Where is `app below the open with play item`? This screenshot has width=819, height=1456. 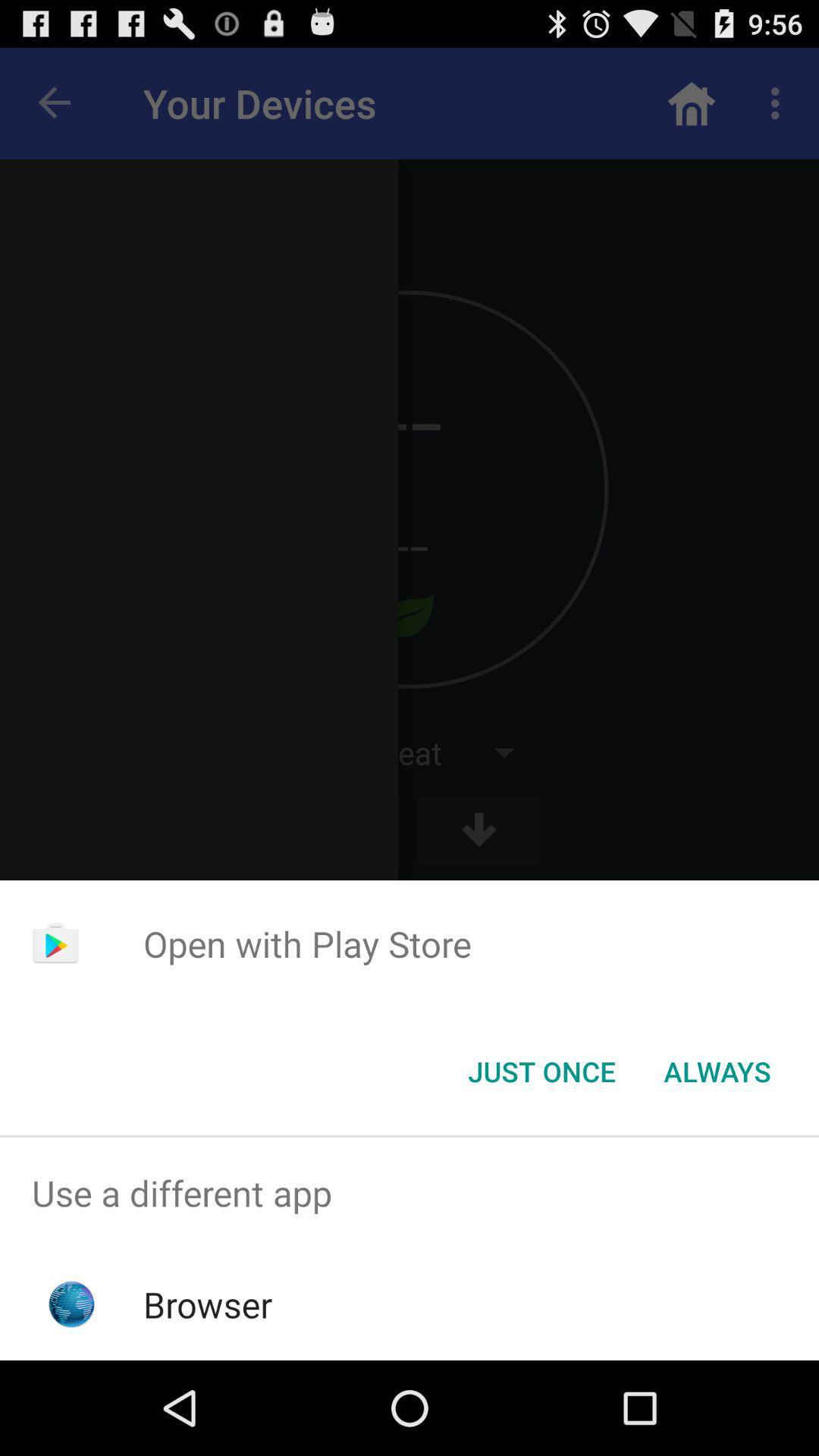
app below the open with play item is located at coordinates (717, 1070).